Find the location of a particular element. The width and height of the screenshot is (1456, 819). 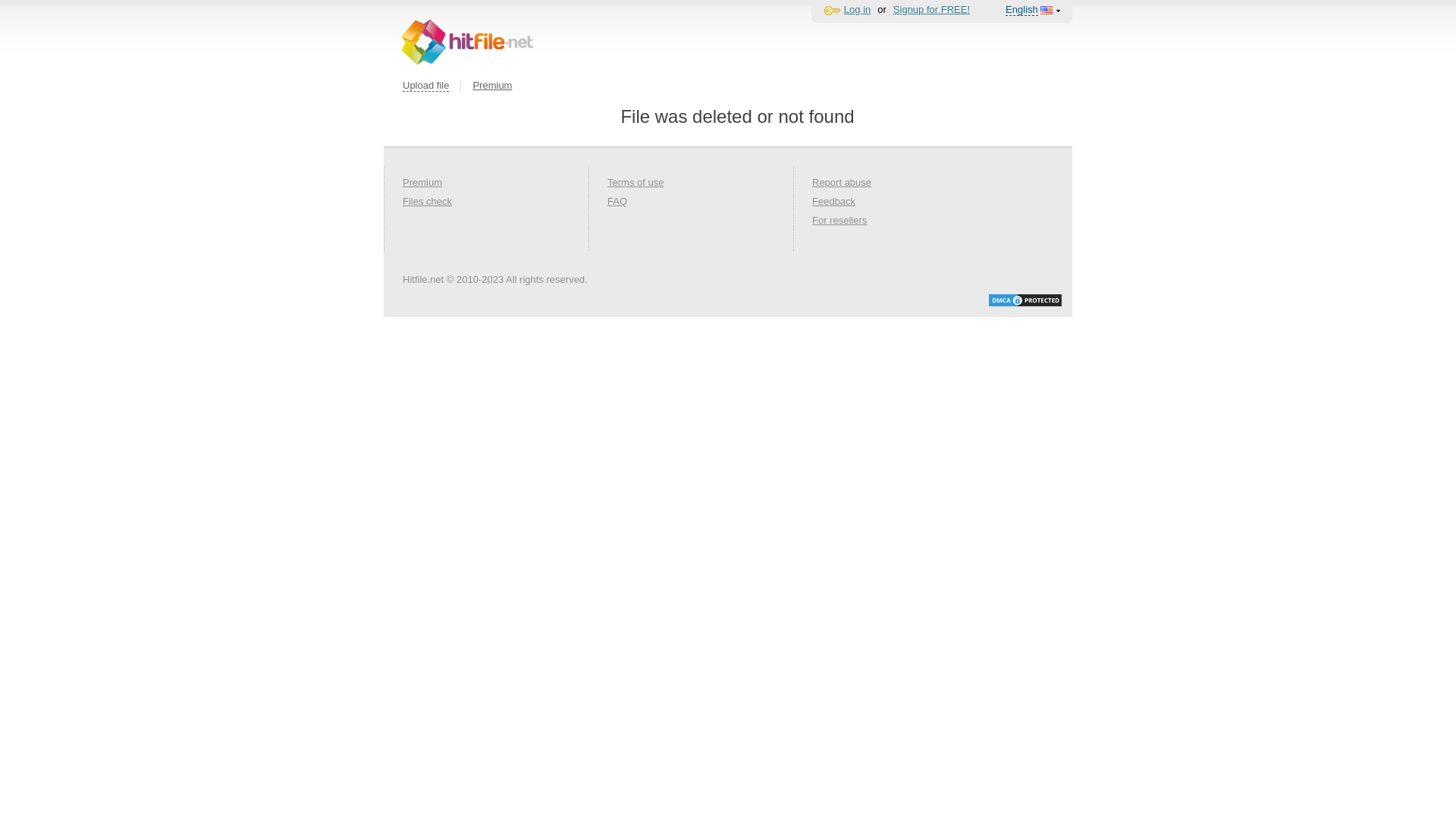

'Premium' is located at coordinates (491, 85).